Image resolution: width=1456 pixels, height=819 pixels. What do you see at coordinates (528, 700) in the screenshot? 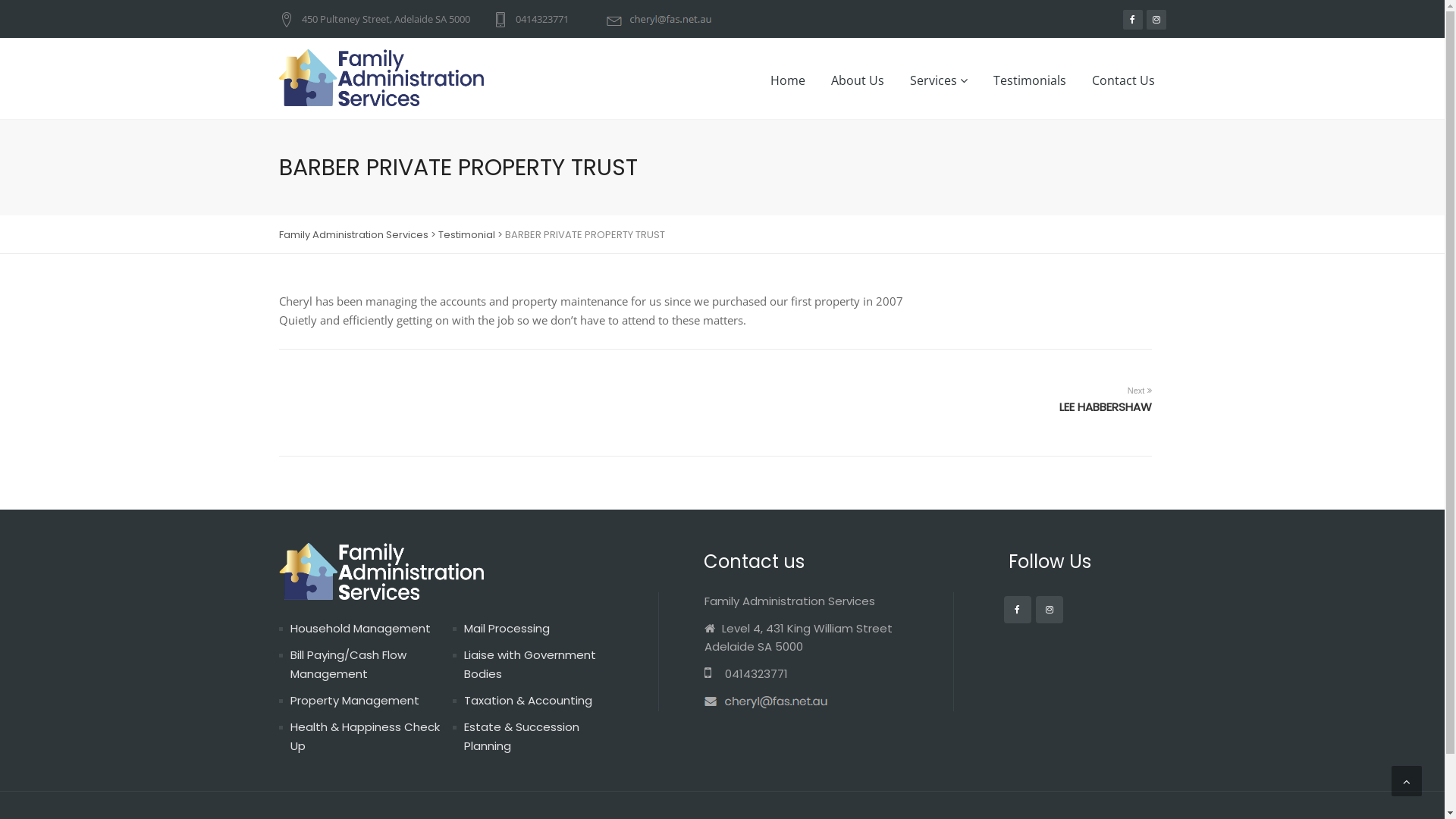
I see `'Taxation & Accounting'` at bounding box center [528, 700].